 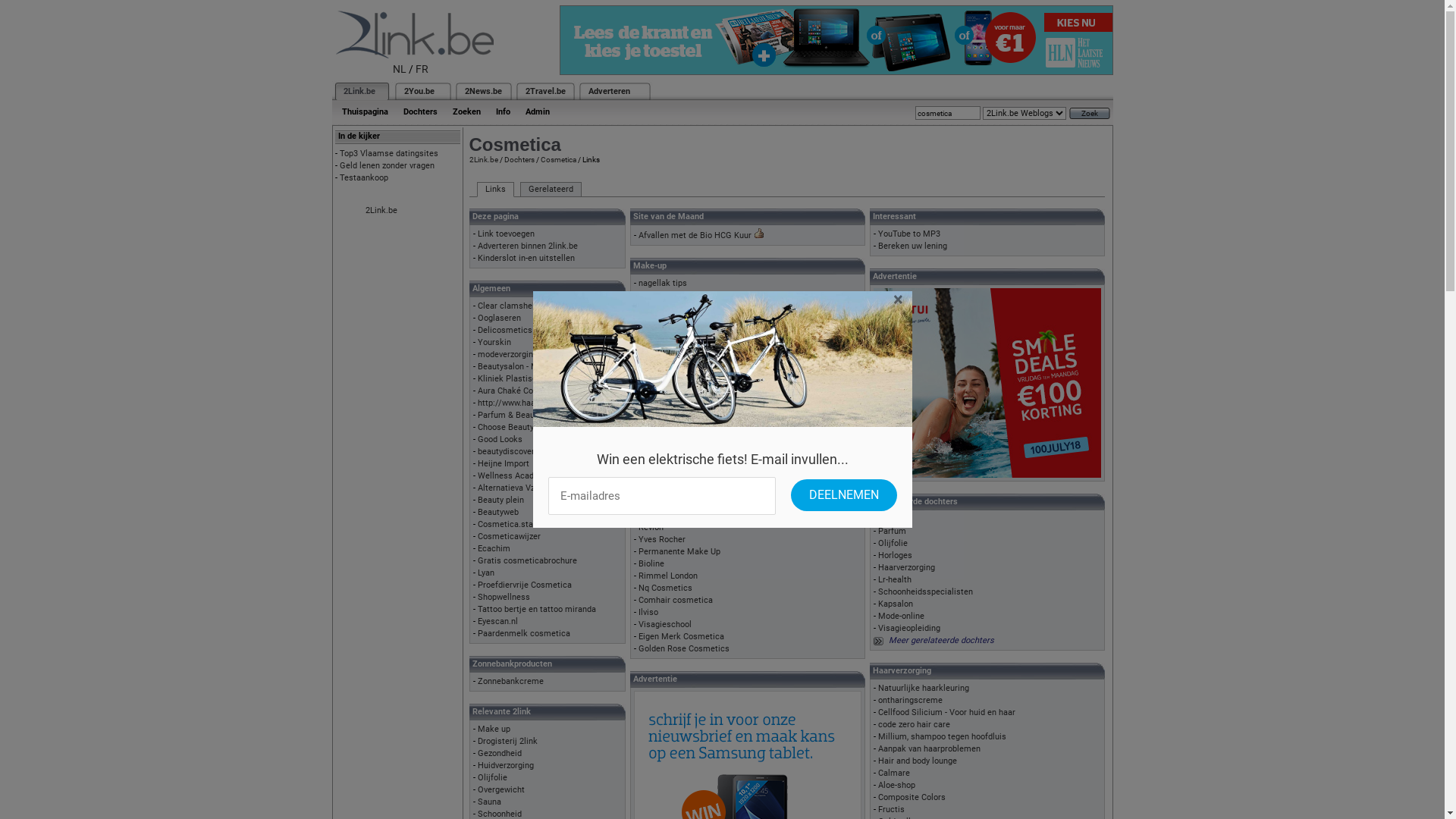 What do you see at coordinates (505, 329) in the screenshot?
I see `'Delicosmetics'` at bounding box center [505, 329].